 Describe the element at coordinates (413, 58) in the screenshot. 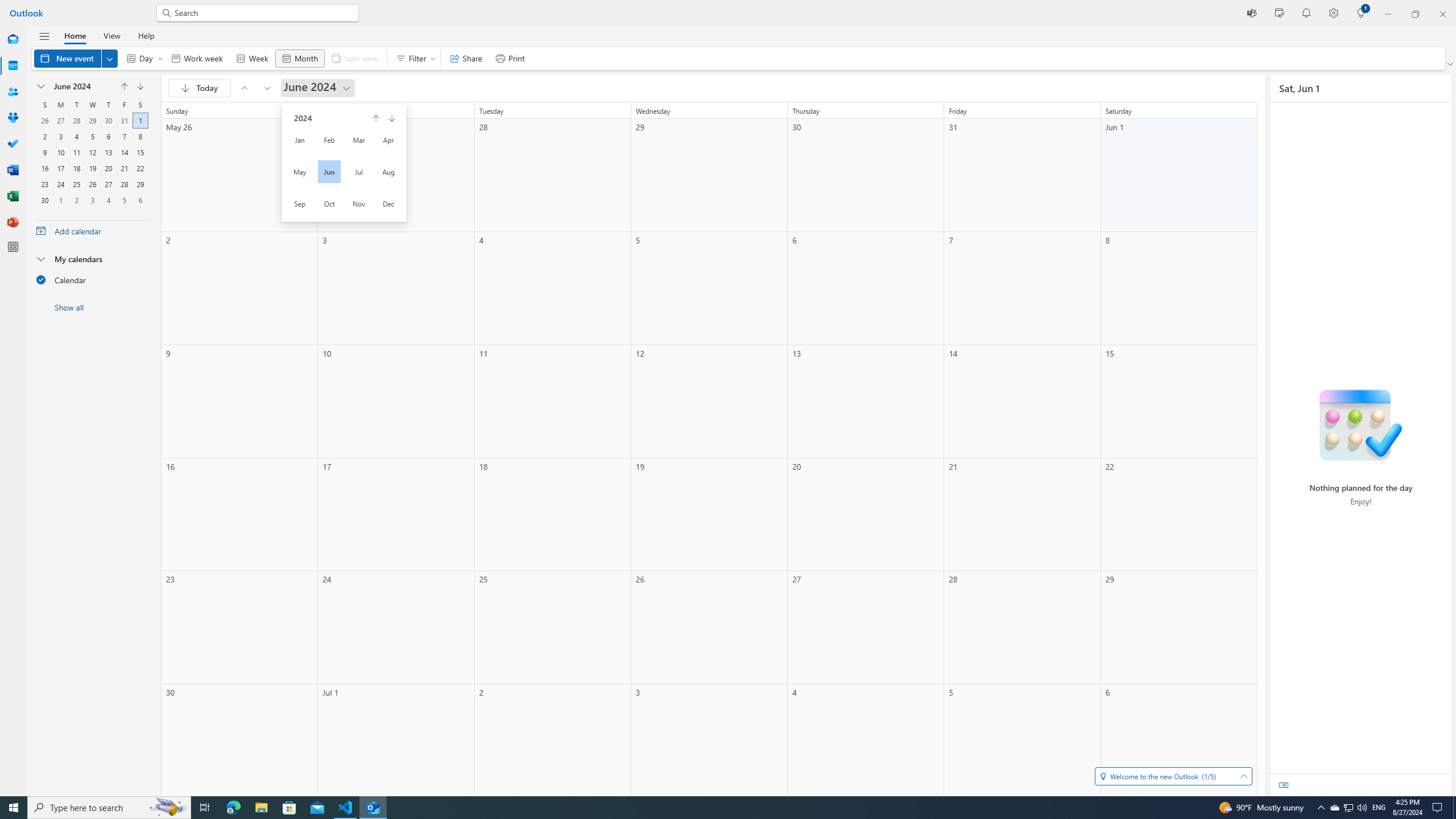

I see `'Filter'` at that location.